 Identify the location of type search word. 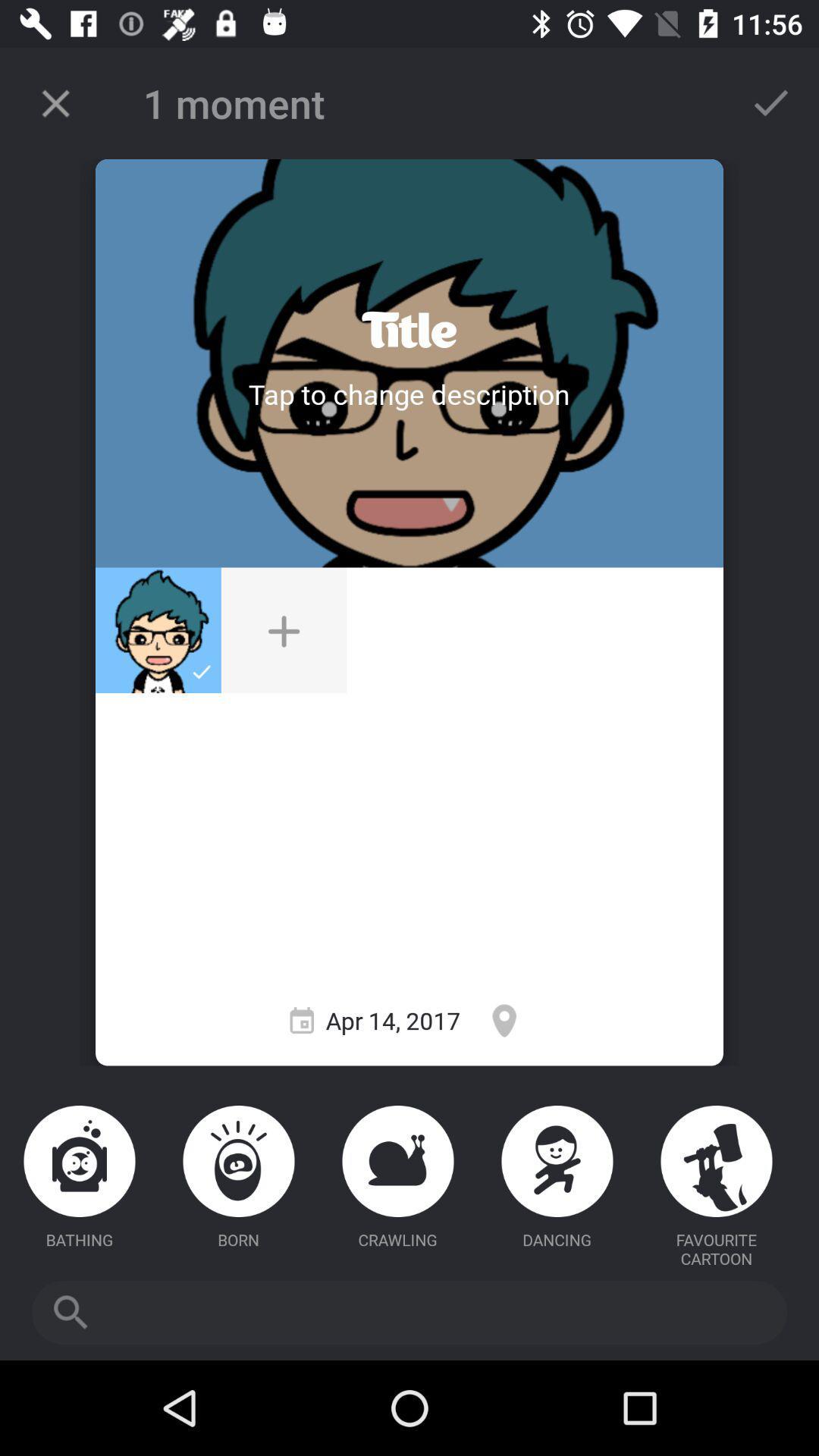
(409, 1312).